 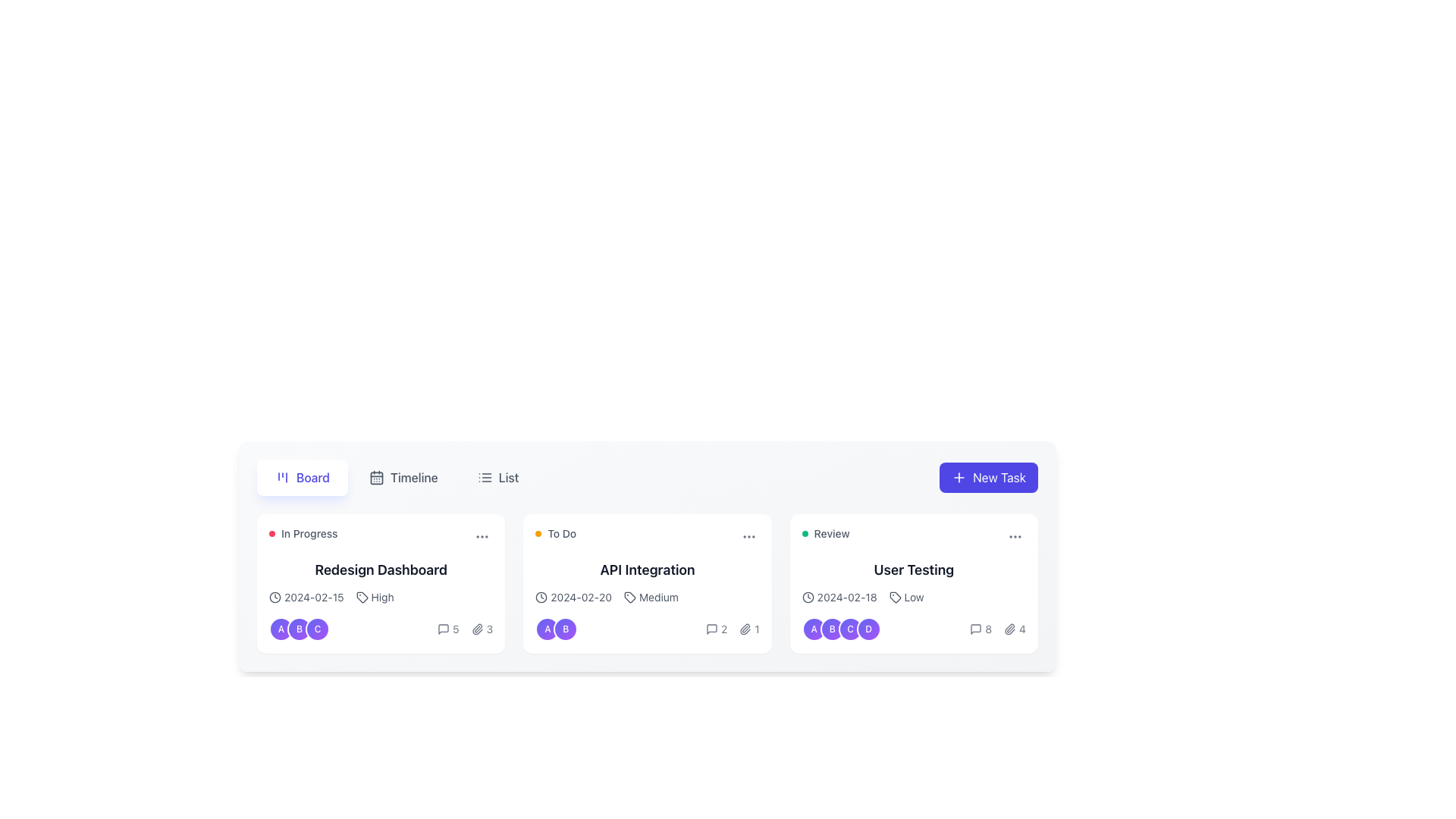 I want to click on the task status label indicating that the task is pending within the 'API Integration' card, so click(x=561, y=533).